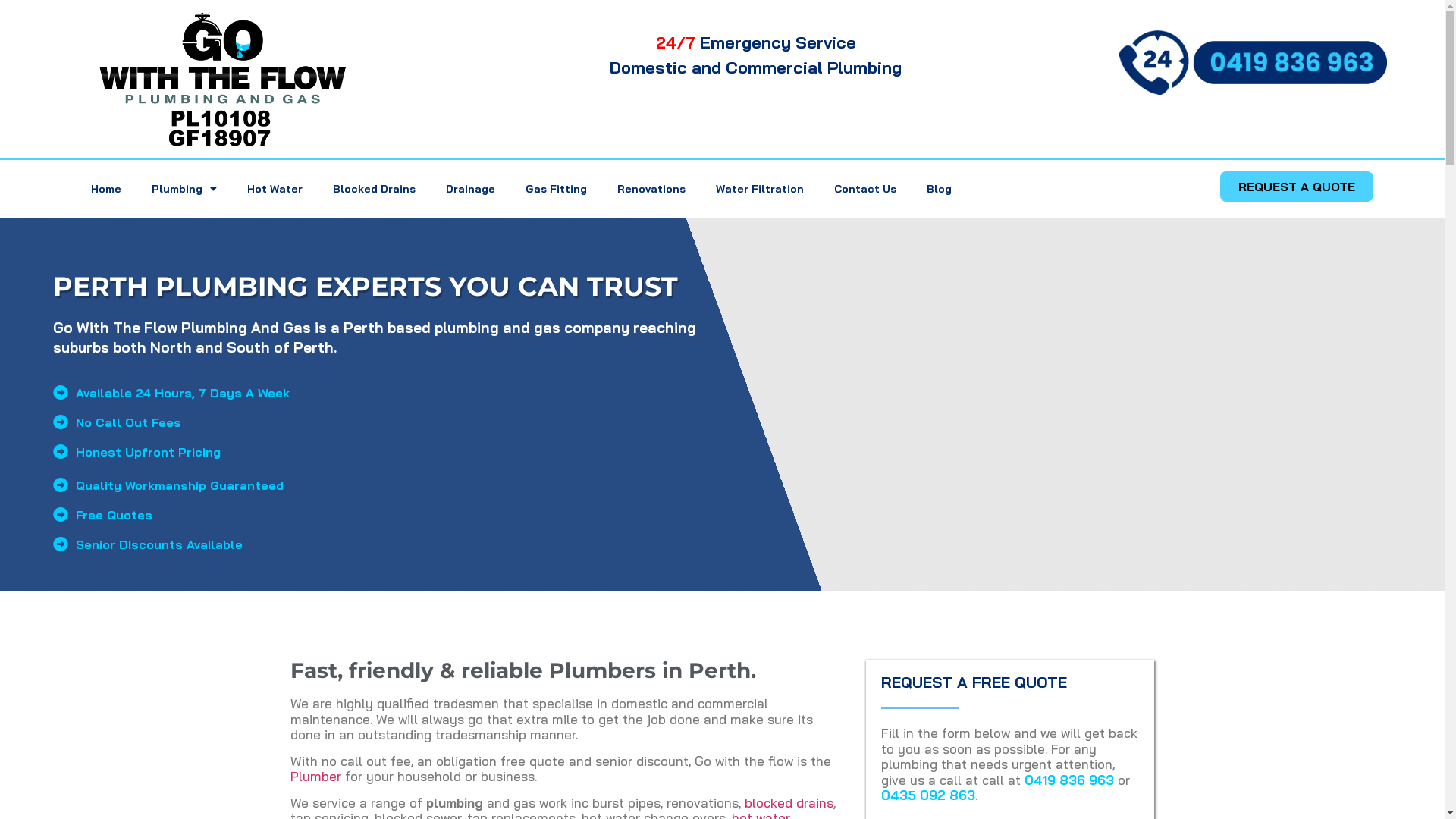 The height and width of the screenshot is (819, 1456). What do you see at coordinates (184, 188) in the screenshot?
I see `'Plumbing'` at bounding box center [184, 188].